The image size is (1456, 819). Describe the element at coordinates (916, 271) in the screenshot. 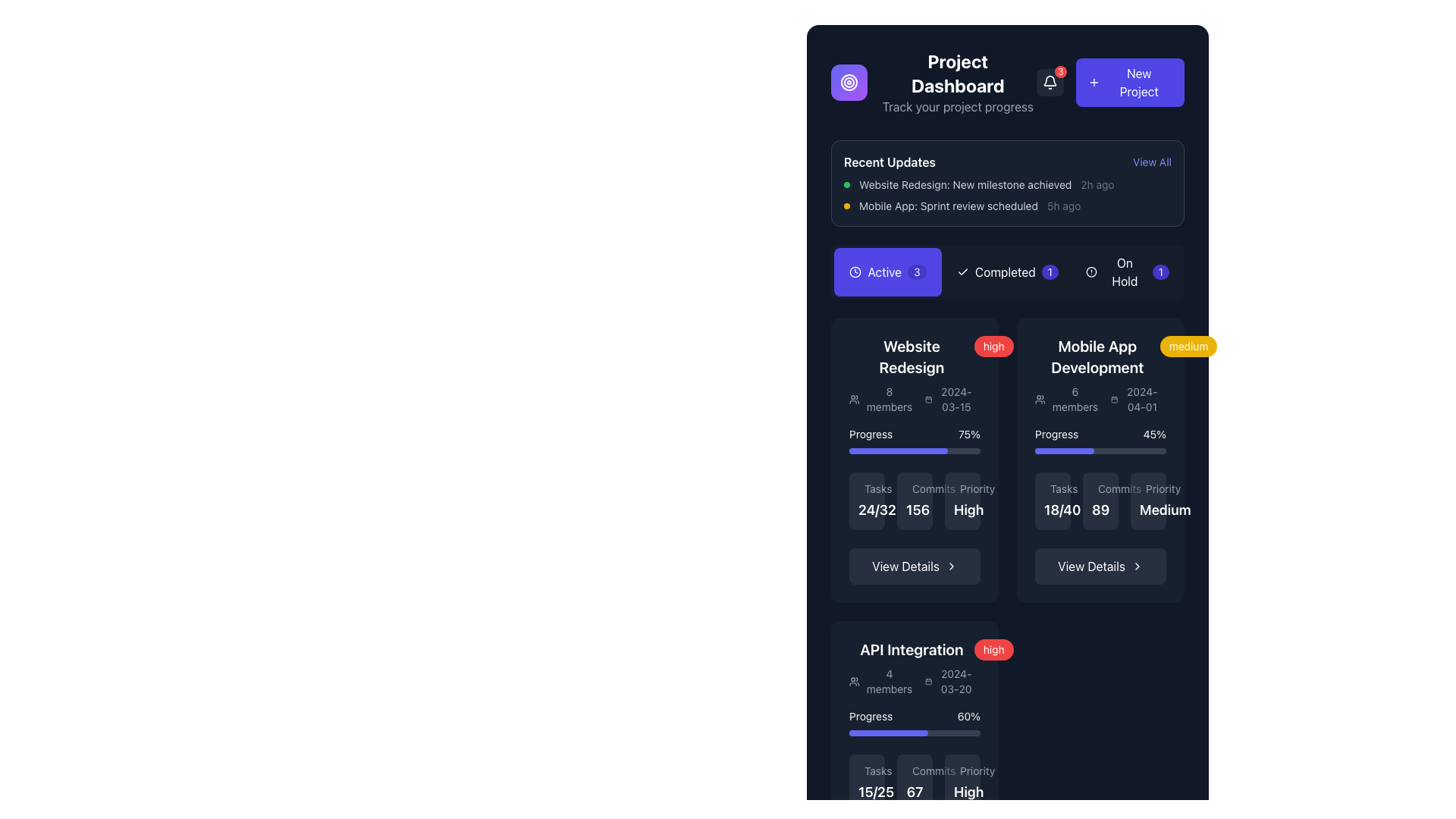

I see `the circular badge with a filled indigo-blue background displaying the number '3' in a small white font, located to the right of the clock icon within the active status indicator section` at that location.